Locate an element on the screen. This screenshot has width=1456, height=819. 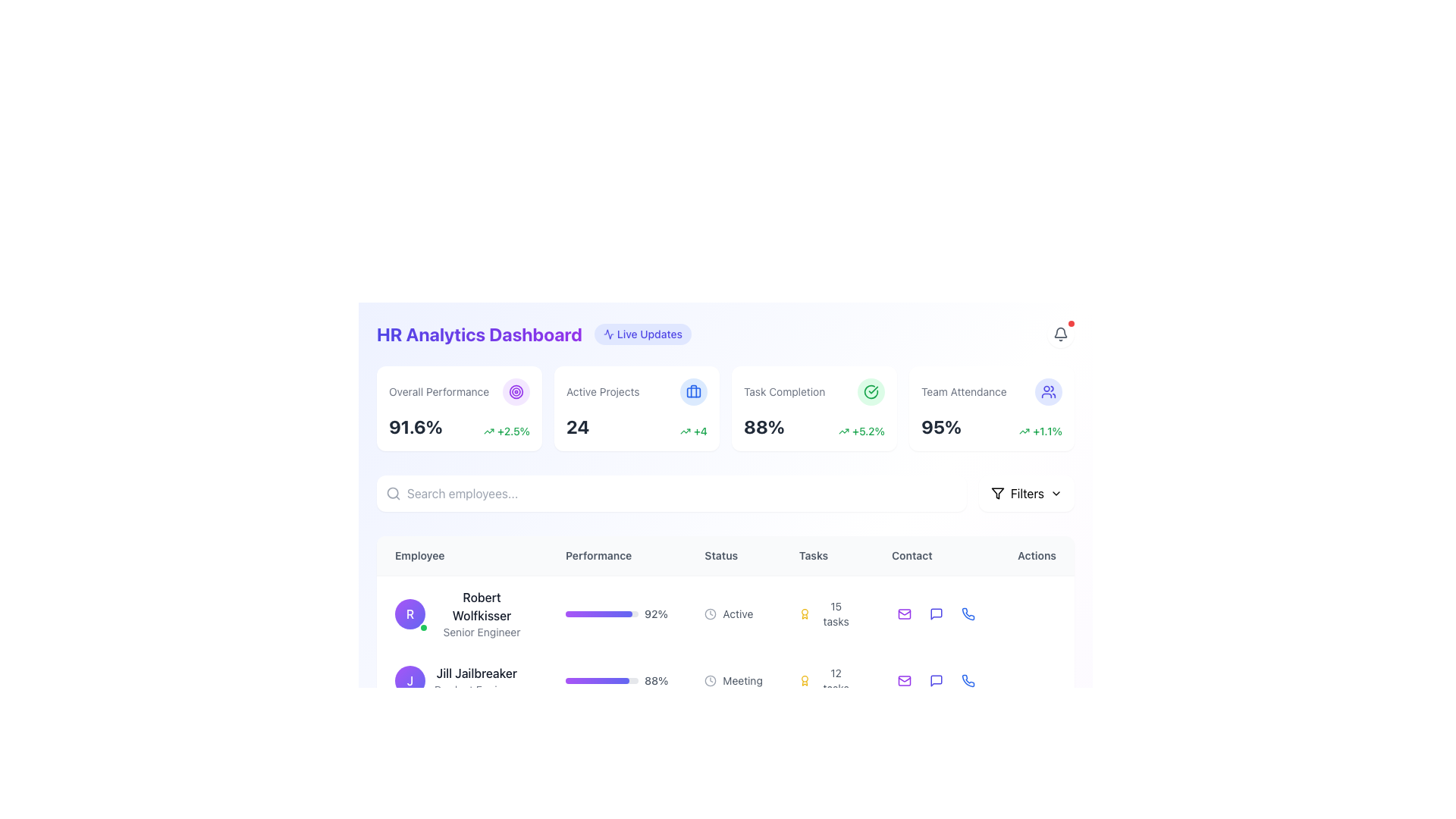
the Text Label that serves as the title for the team attendance statistics, located in the top-right corner of the primary dashboard view is located at coordinates (992, 391).